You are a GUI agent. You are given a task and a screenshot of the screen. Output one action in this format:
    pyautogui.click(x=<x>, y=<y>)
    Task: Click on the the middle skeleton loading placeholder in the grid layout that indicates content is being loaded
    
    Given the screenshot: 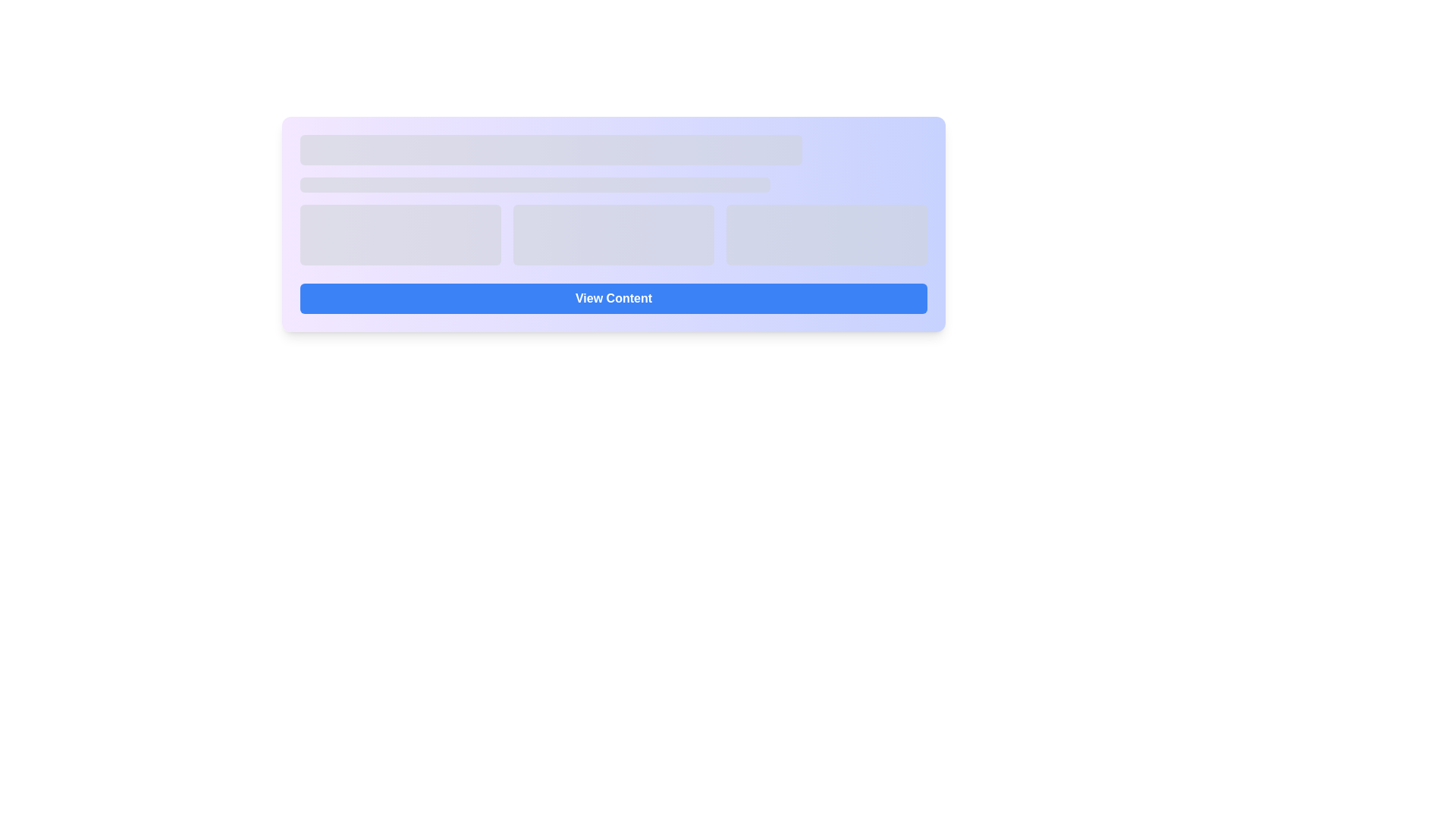 What is the action you would take?
    pyautogui.click(x=613, y=234)
    